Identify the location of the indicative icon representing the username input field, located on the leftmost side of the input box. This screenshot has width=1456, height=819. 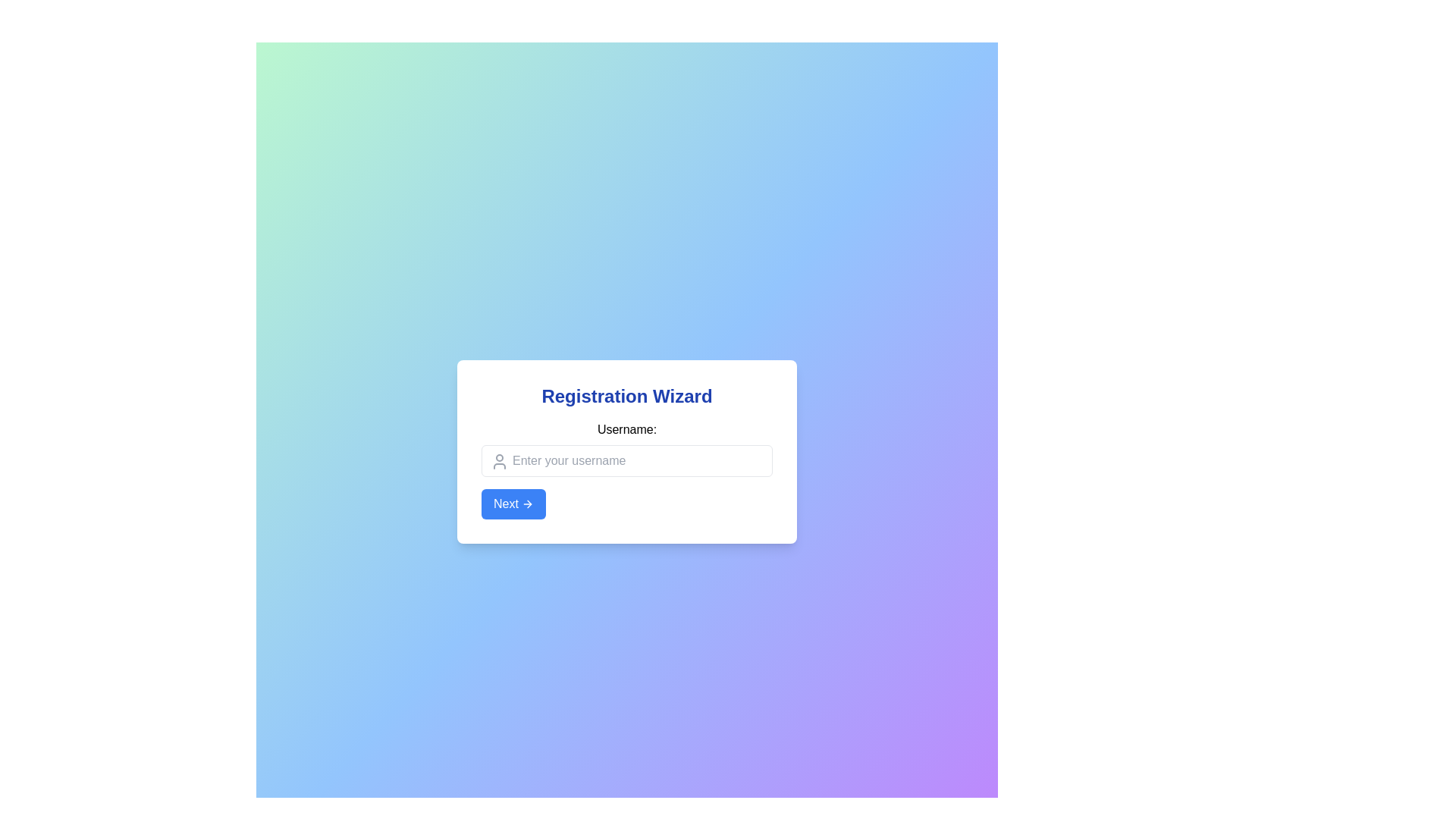
(499, 461).